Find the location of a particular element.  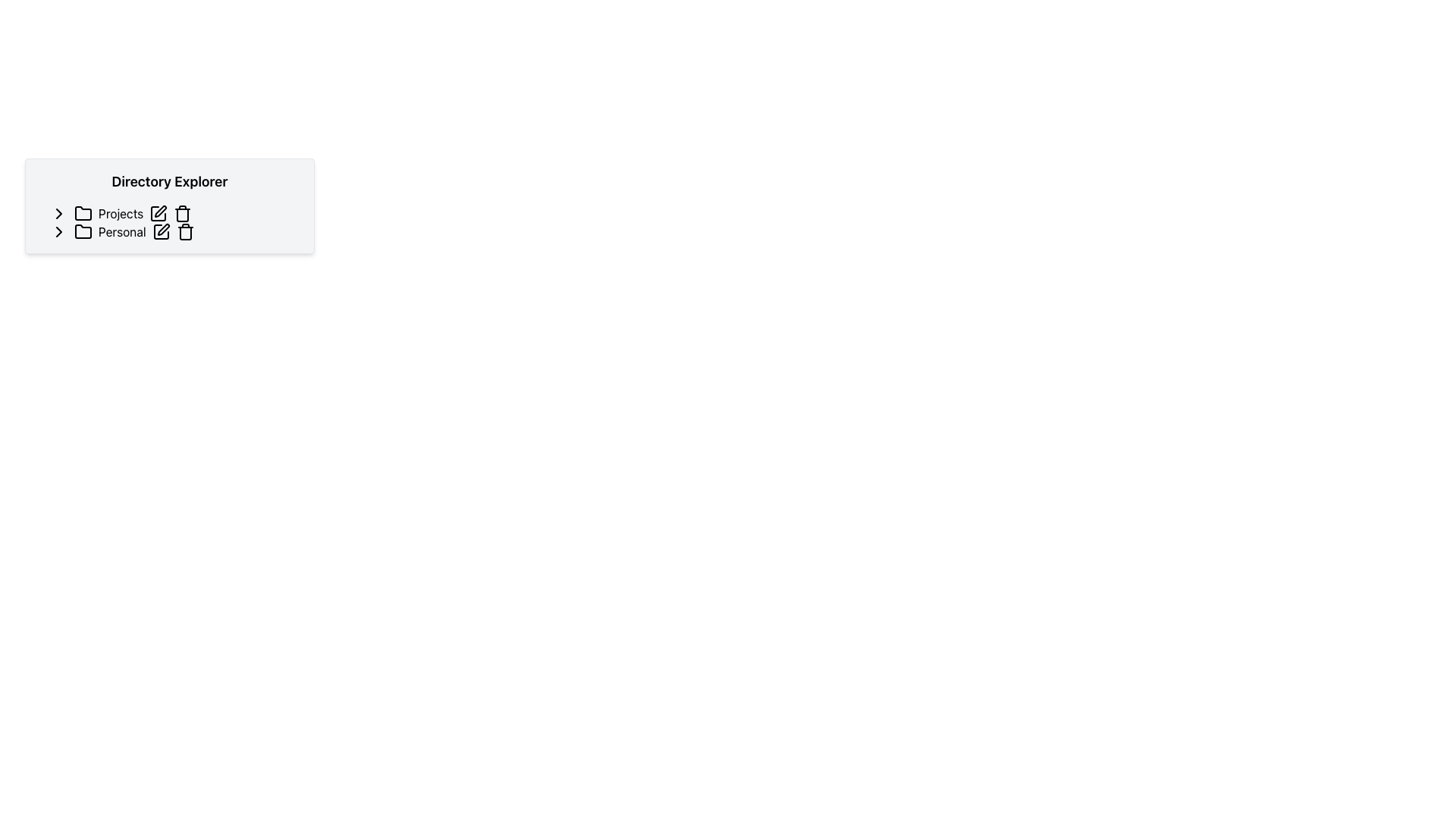

the folder icon located in the 'Directory Explorer' interface next to the text labeled 'Projects' as a visual cue is located at coordinates (83, 213).